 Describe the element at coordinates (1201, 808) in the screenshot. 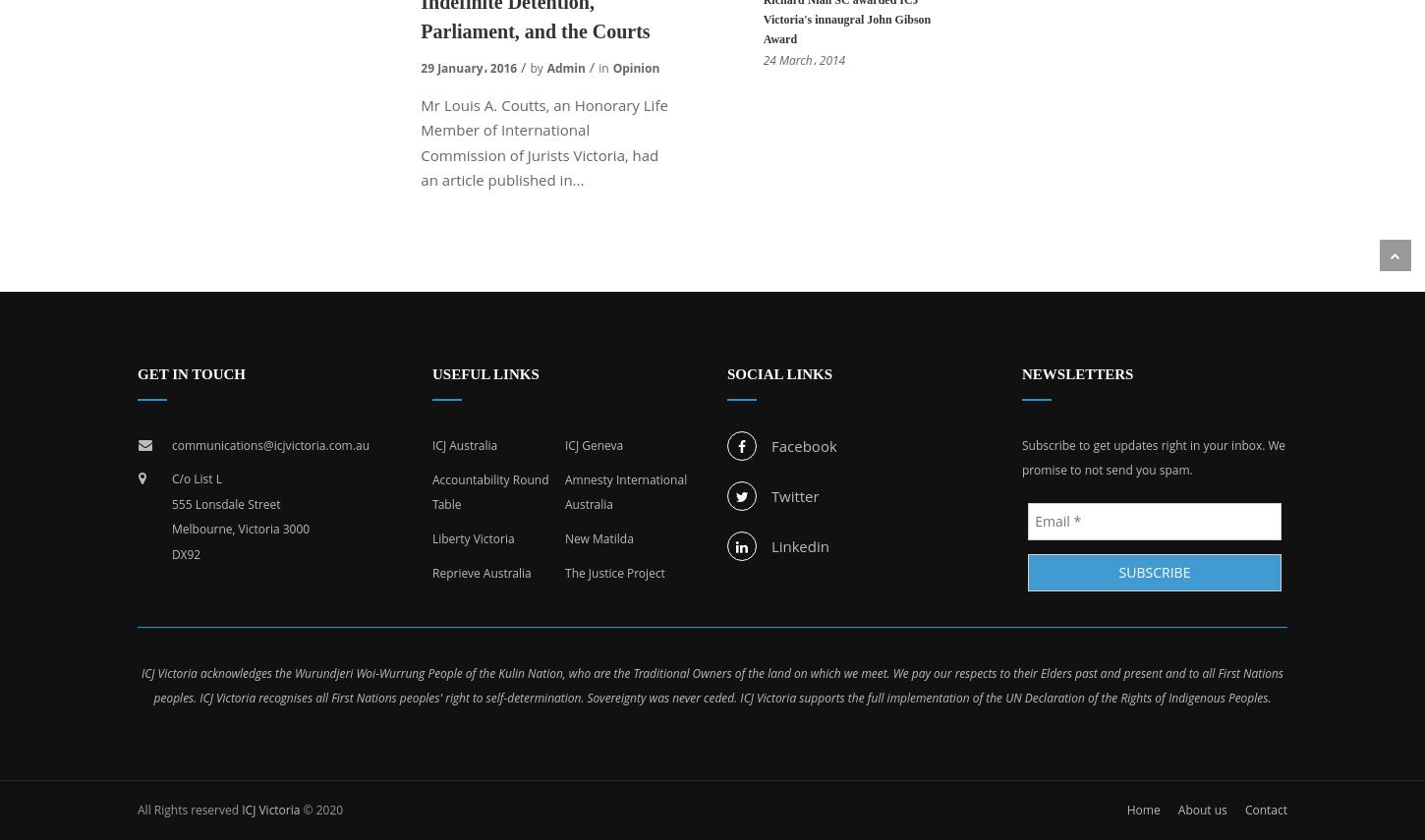

I see `'About us'` at that location.